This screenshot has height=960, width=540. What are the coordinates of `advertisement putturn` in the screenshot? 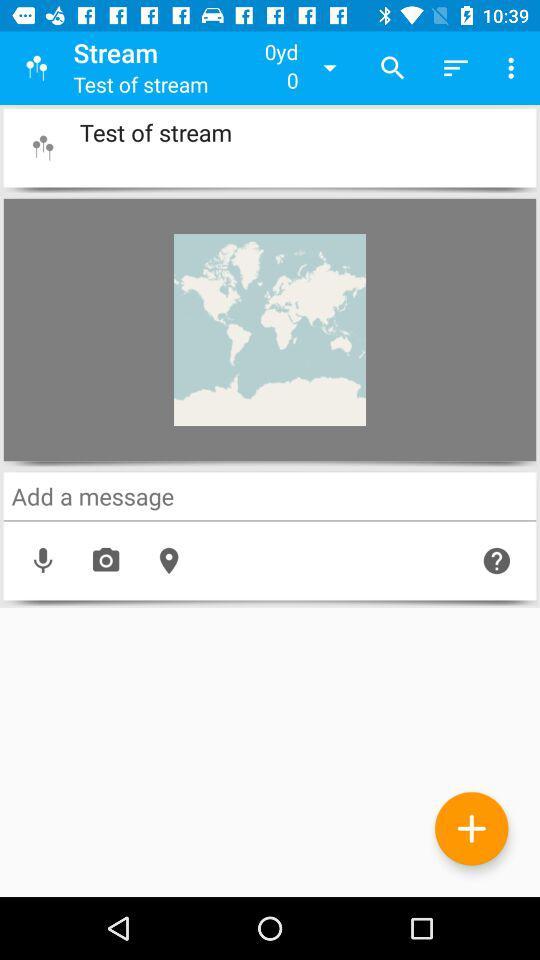 It's located at (471, 828).